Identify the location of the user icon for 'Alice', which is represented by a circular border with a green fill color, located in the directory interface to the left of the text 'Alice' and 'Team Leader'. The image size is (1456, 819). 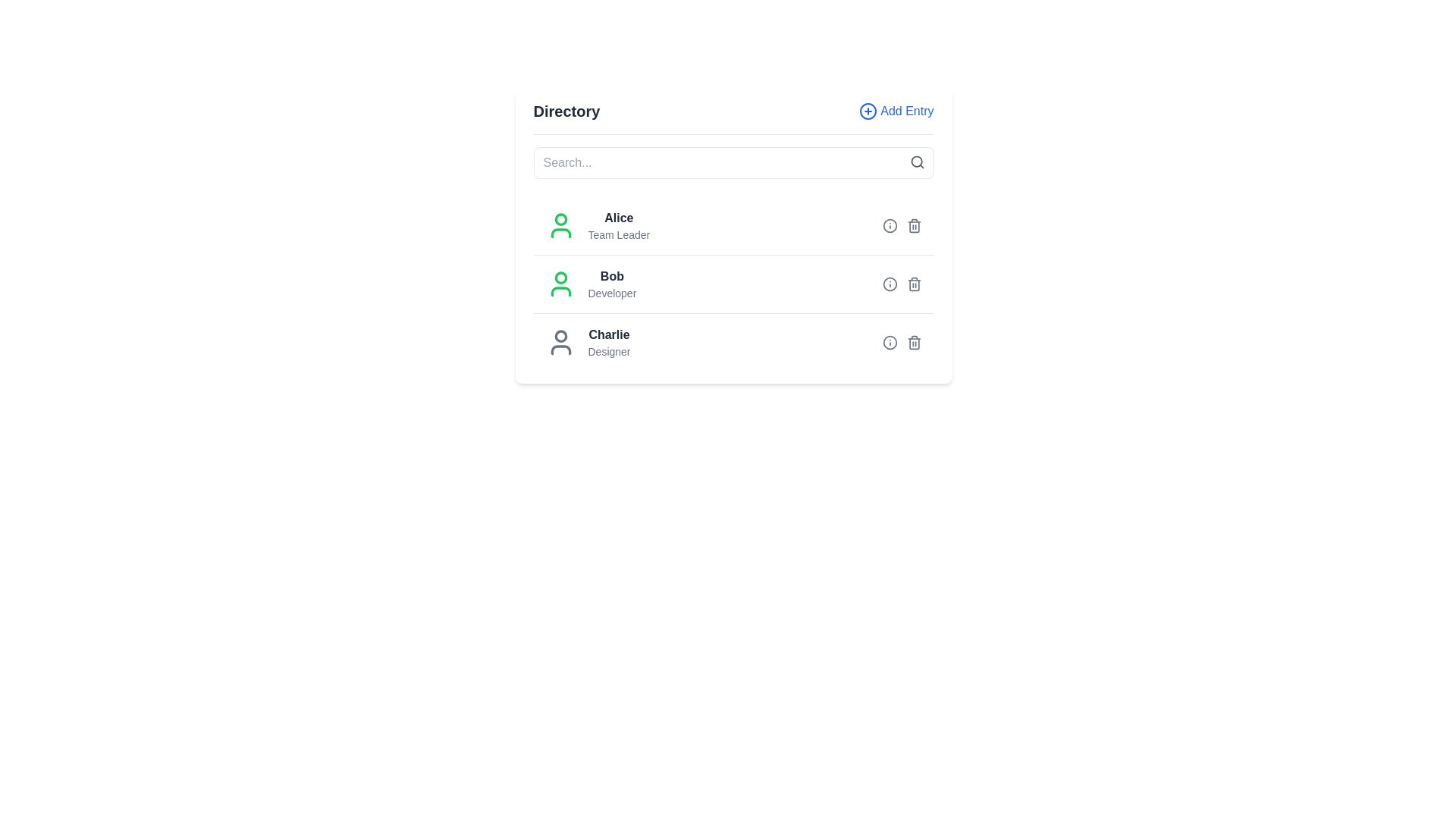
(560, 225).